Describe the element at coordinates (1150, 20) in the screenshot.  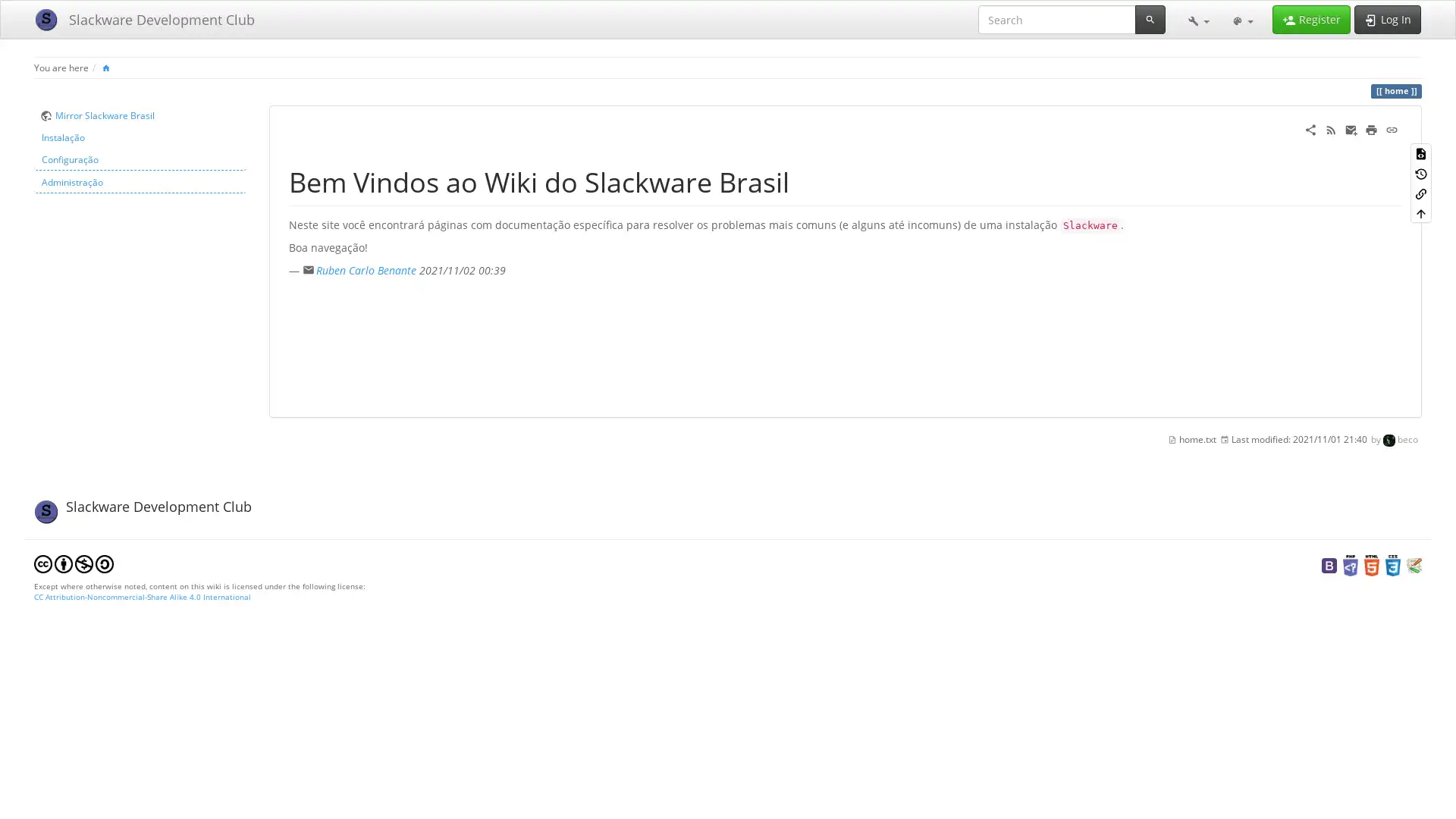
I see `Search` at that location.